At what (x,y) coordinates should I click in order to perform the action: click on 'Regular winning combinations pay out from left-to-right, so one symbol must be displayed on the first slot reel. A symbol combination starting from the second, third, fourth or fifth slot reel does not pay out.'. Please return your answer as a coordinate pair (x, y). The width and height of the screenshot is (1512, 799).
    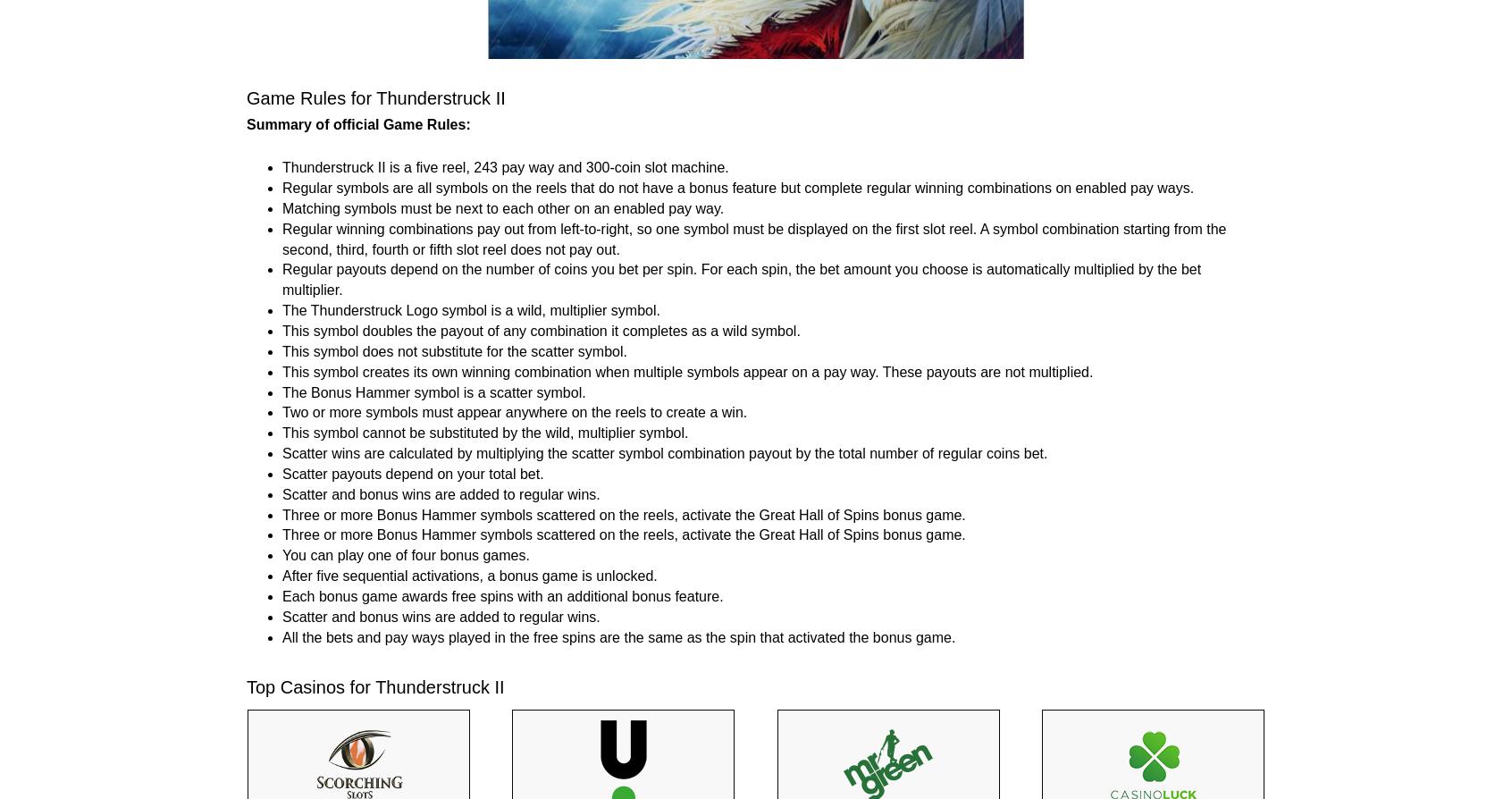
    Looking at the image, I should click on (753, 238).